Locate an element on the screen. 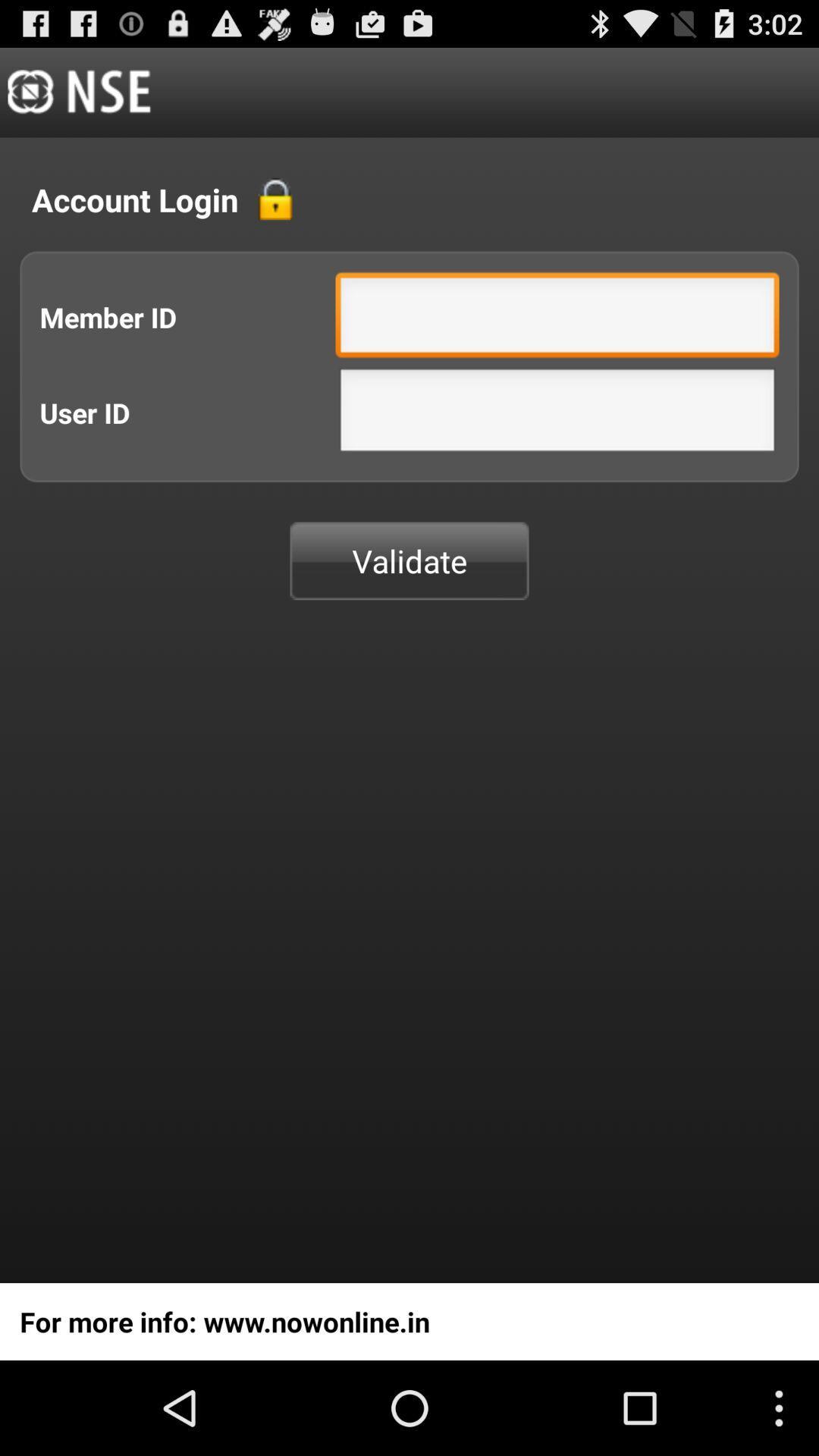 Image resolution: width=819 pixels, height=1456 pixels. validate button is located at coordinates (409, 560).